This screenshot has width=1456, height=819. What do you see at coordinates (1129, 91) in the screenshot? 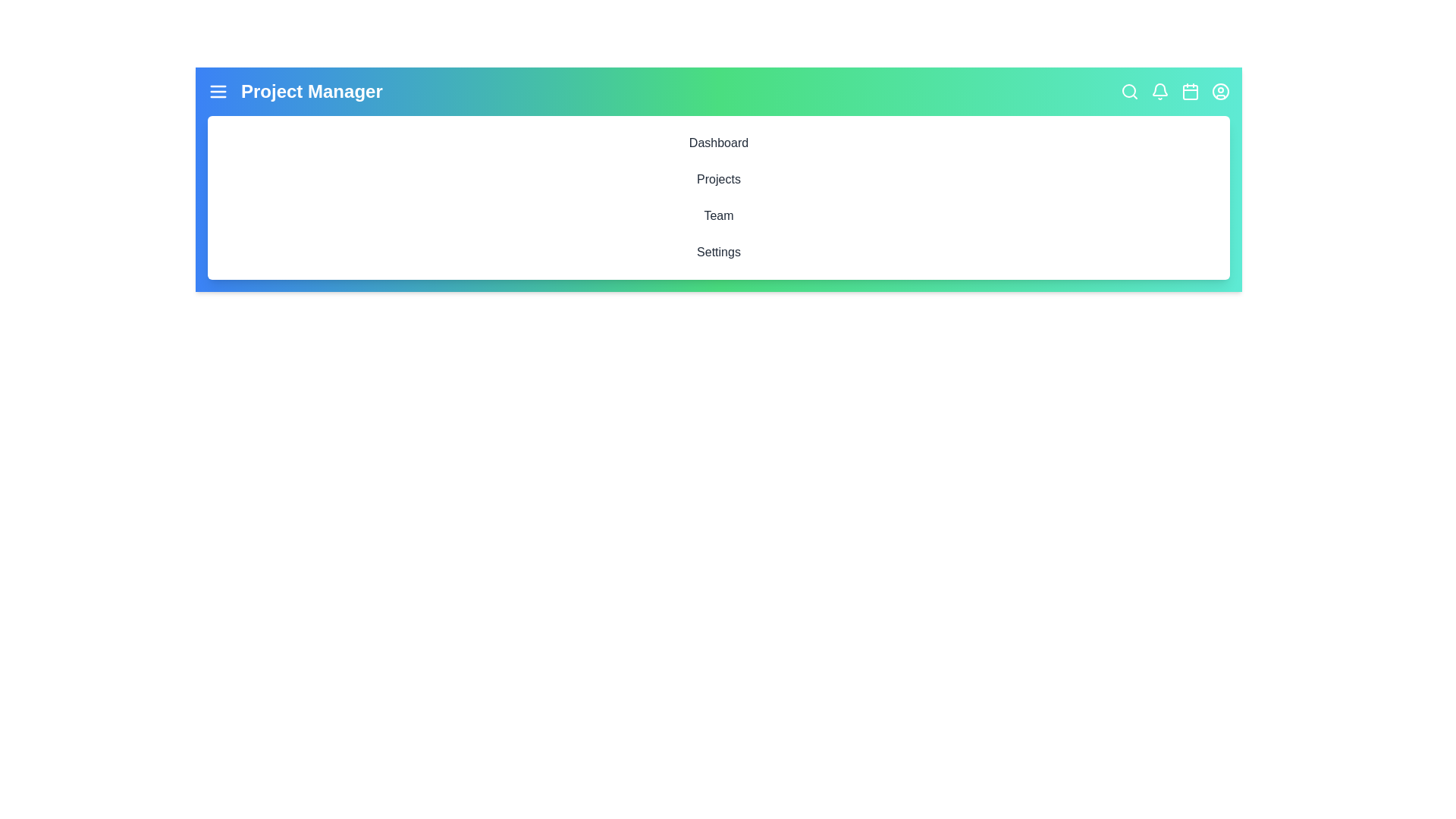
I see `the interactive element Search to inspect its hover effect` at bounding box center [1129, 91].